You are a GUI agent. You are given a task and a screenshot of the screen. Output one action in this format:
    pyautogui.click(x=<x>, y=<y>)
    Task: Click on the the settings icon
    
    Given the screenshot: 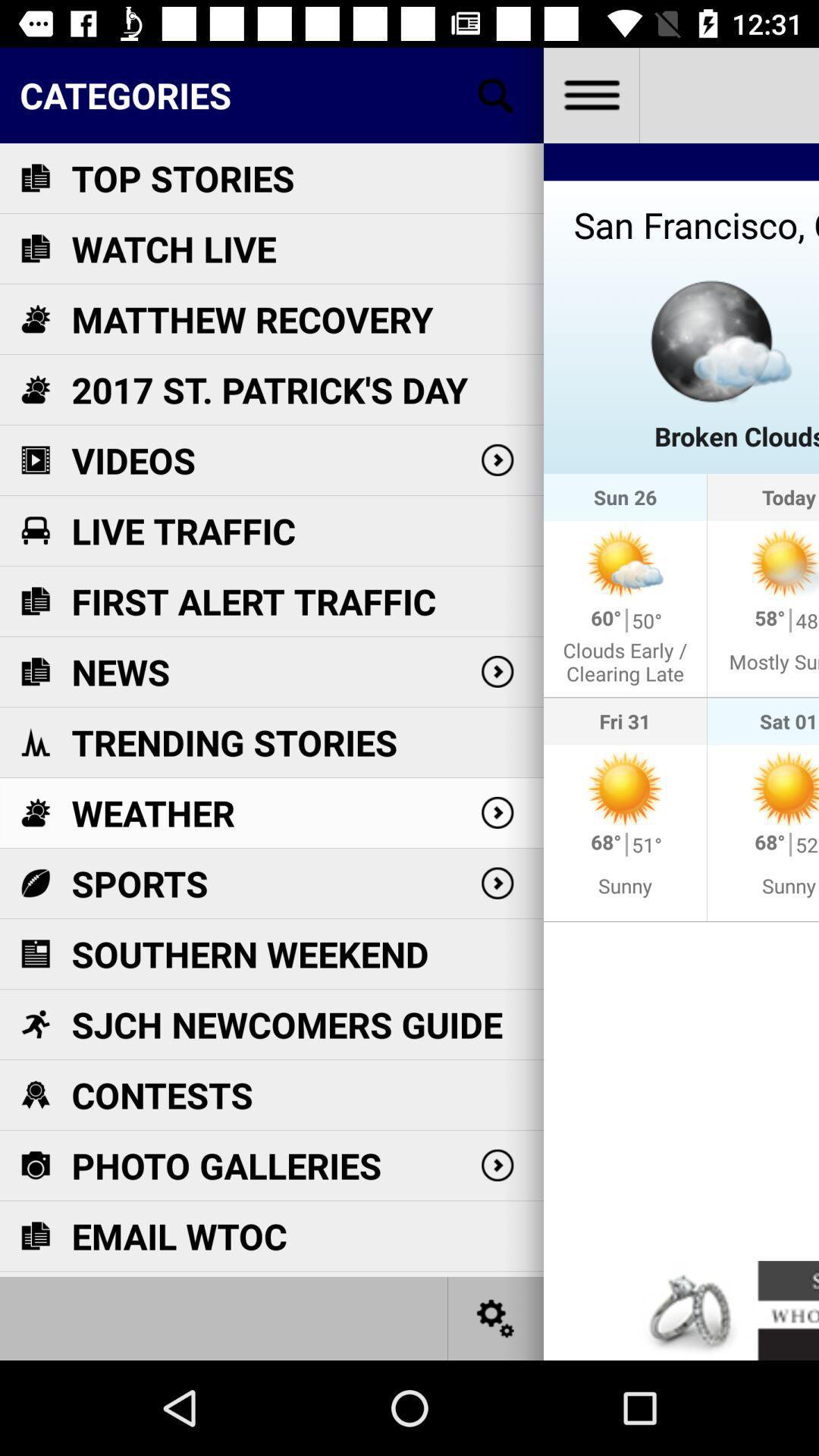 What is the action you would take?
    pyautogui.click(x=496, y=1317)
    